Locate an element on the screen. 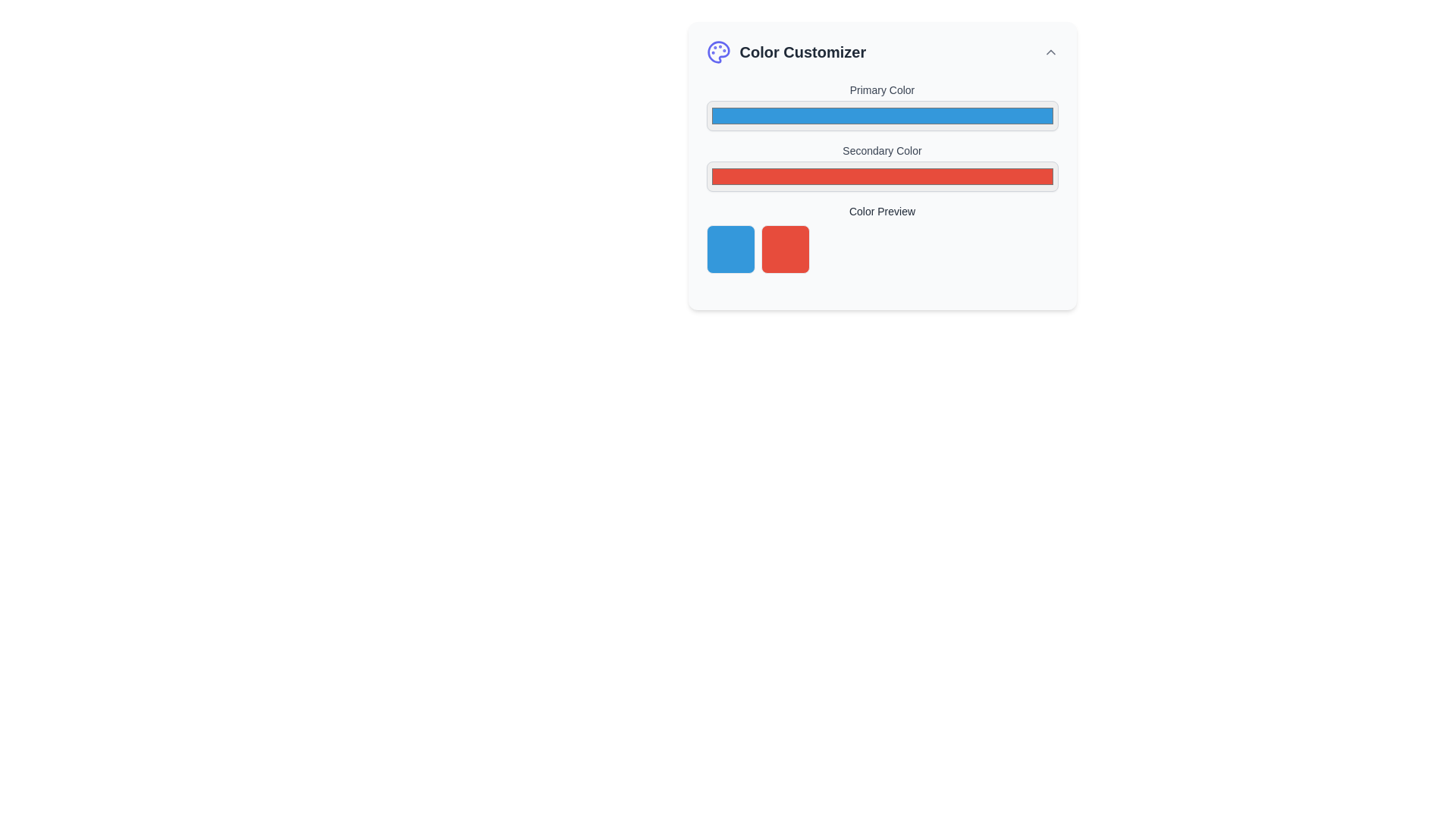 The image size is (1456, 819). the Color preview box, which visually represents the selected secondary color in the color customizer interface, located to the right of the blue square is located at coordinates (785, 248).